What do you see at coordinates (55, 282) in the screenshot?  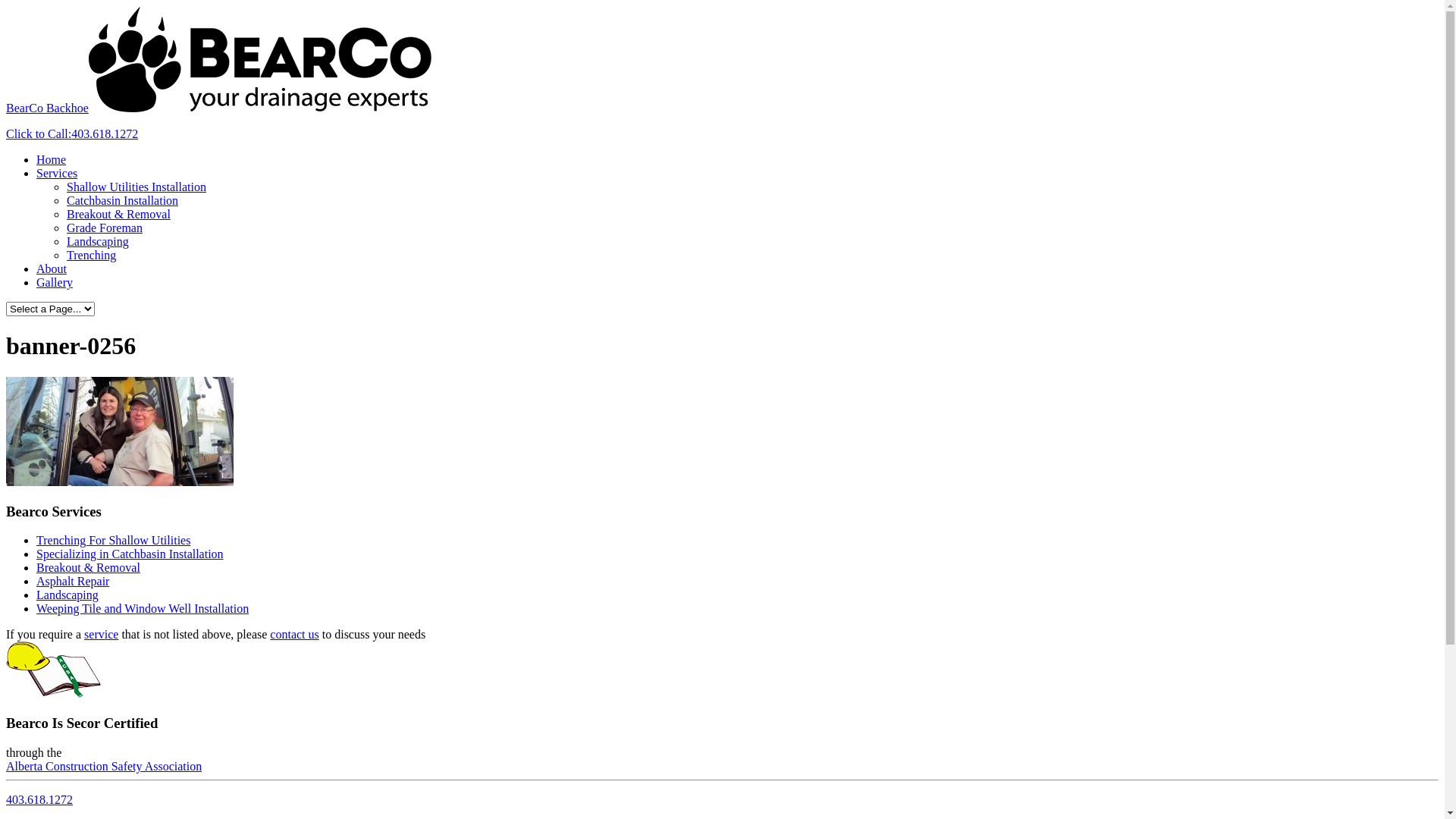 I see `'Gallery'` at bounding box center [55, 282].